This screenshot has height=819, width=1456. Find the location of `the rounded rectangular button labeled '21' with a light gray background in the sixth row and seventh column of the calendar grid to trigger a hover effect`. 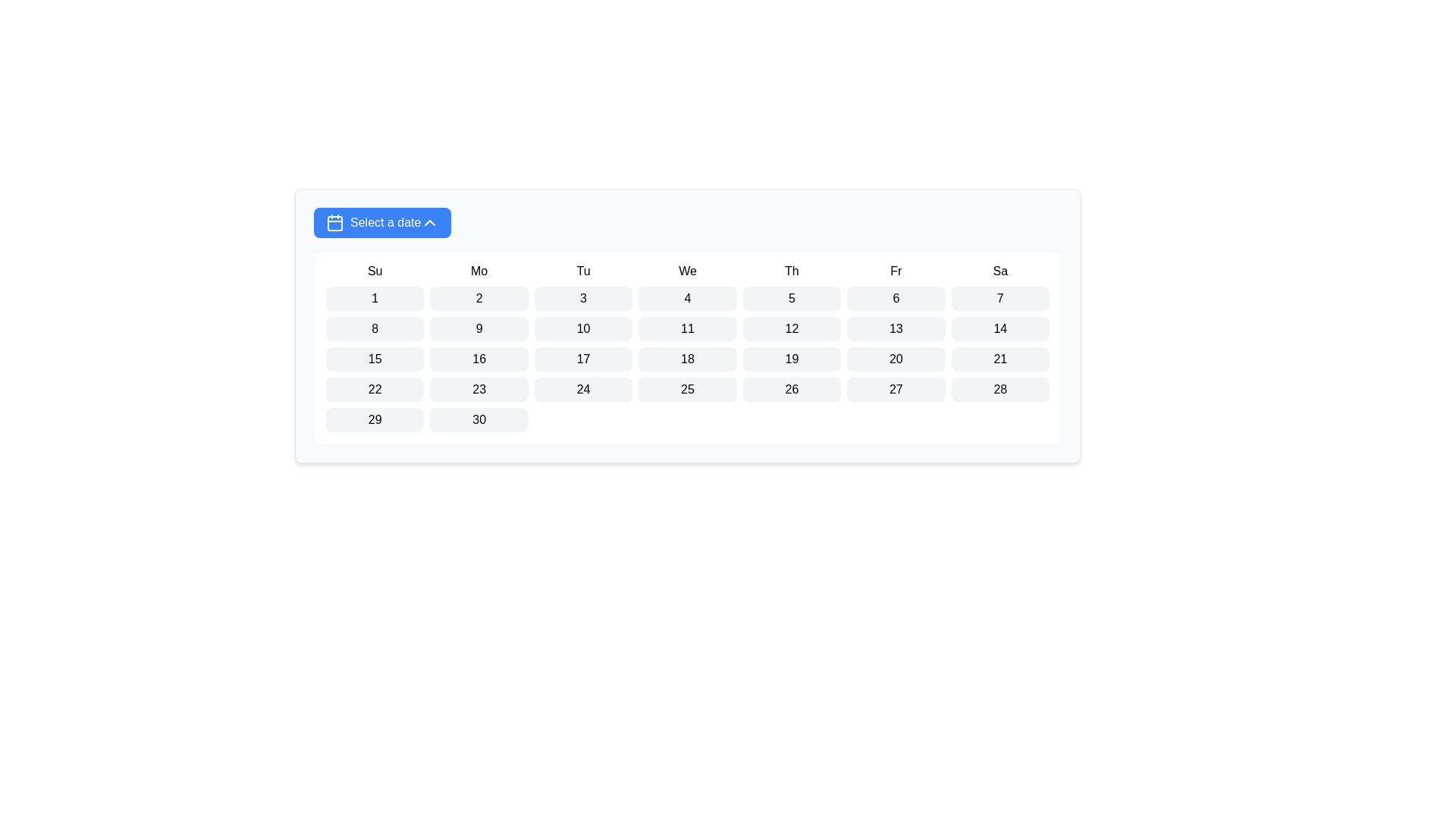

the rounded rectangular button labeled '21' with a light gray background in the sixth row and seventh column of the calendar grid to trigger a hover effect is located at coordinates (1000, 359).